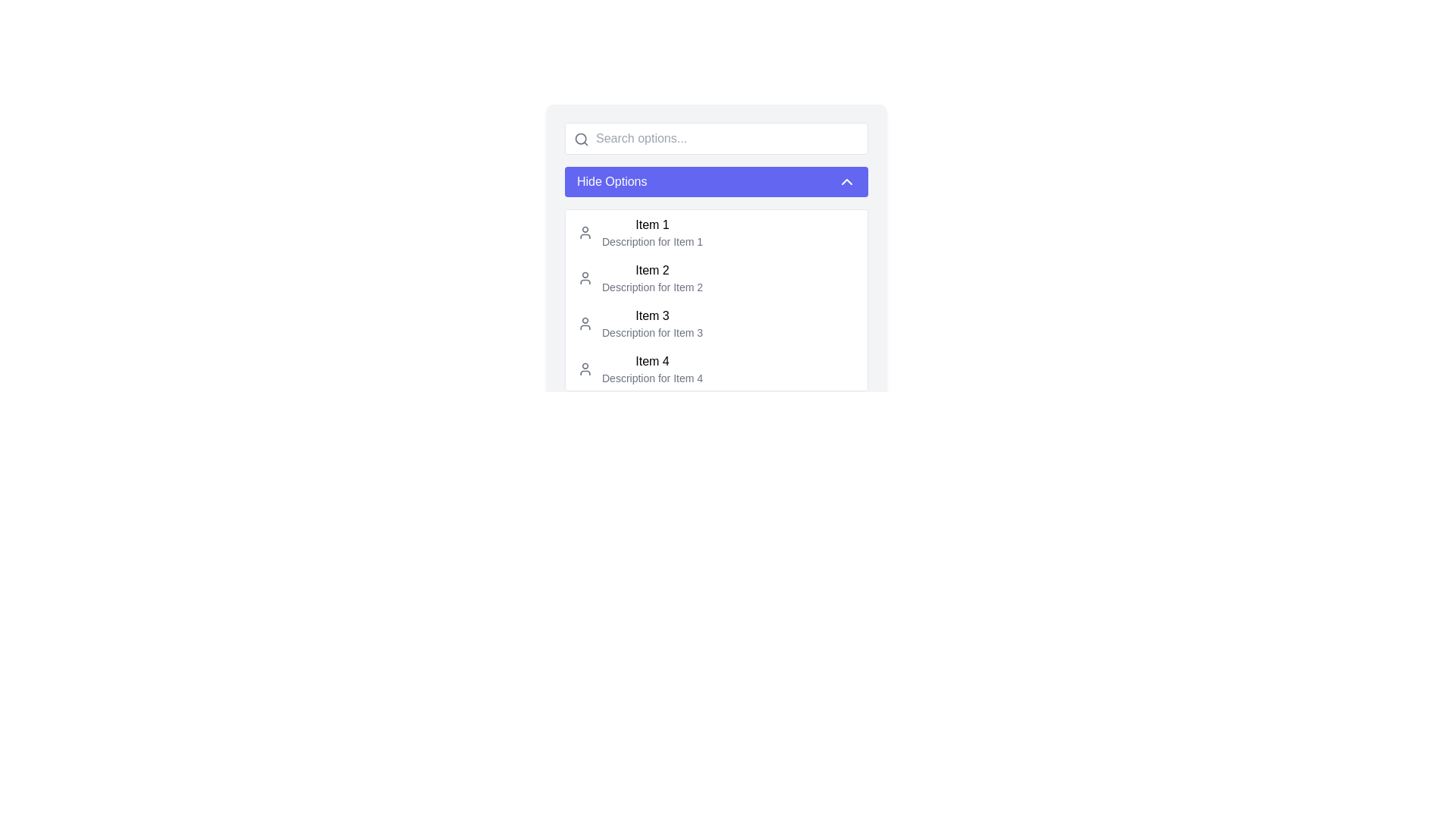 The height and width of the screenshot is (819, 1456). What do you see at coordinates (846, 180) in the screenshot?
I see `the upward-pointing chevron icon, styled with white strokes over a blue background` at bounding box center [846, 180].